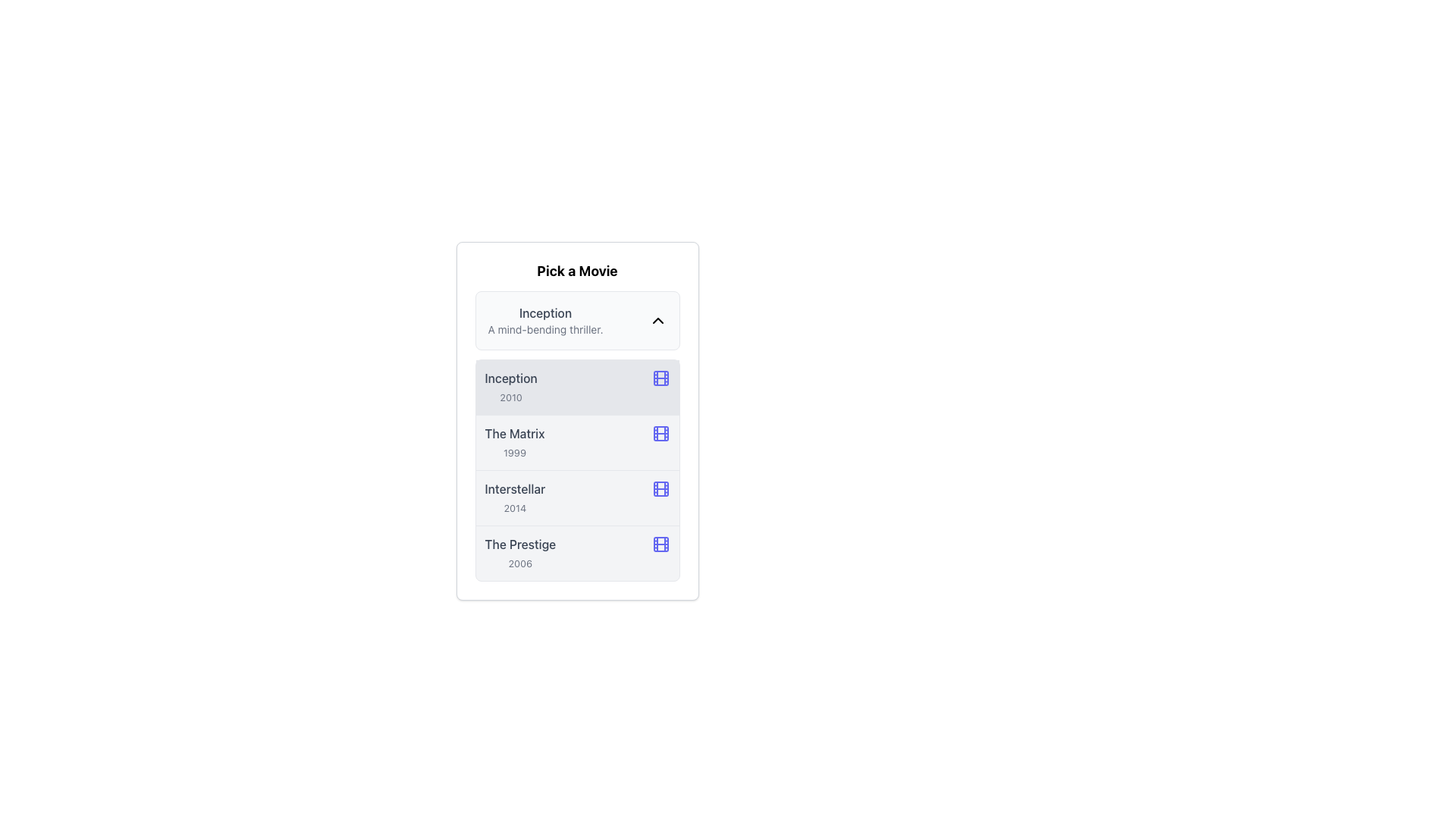 The height and width of the screenshot is (819, 1456). What do you see at coordinates (545, 320) in the screenshot?
I see `displayed movie title 'Inception' and its description 'A mind-bending thriller' from the Text Display element within the 'Pick a Movie' interface` at bounding box center [545, 320].